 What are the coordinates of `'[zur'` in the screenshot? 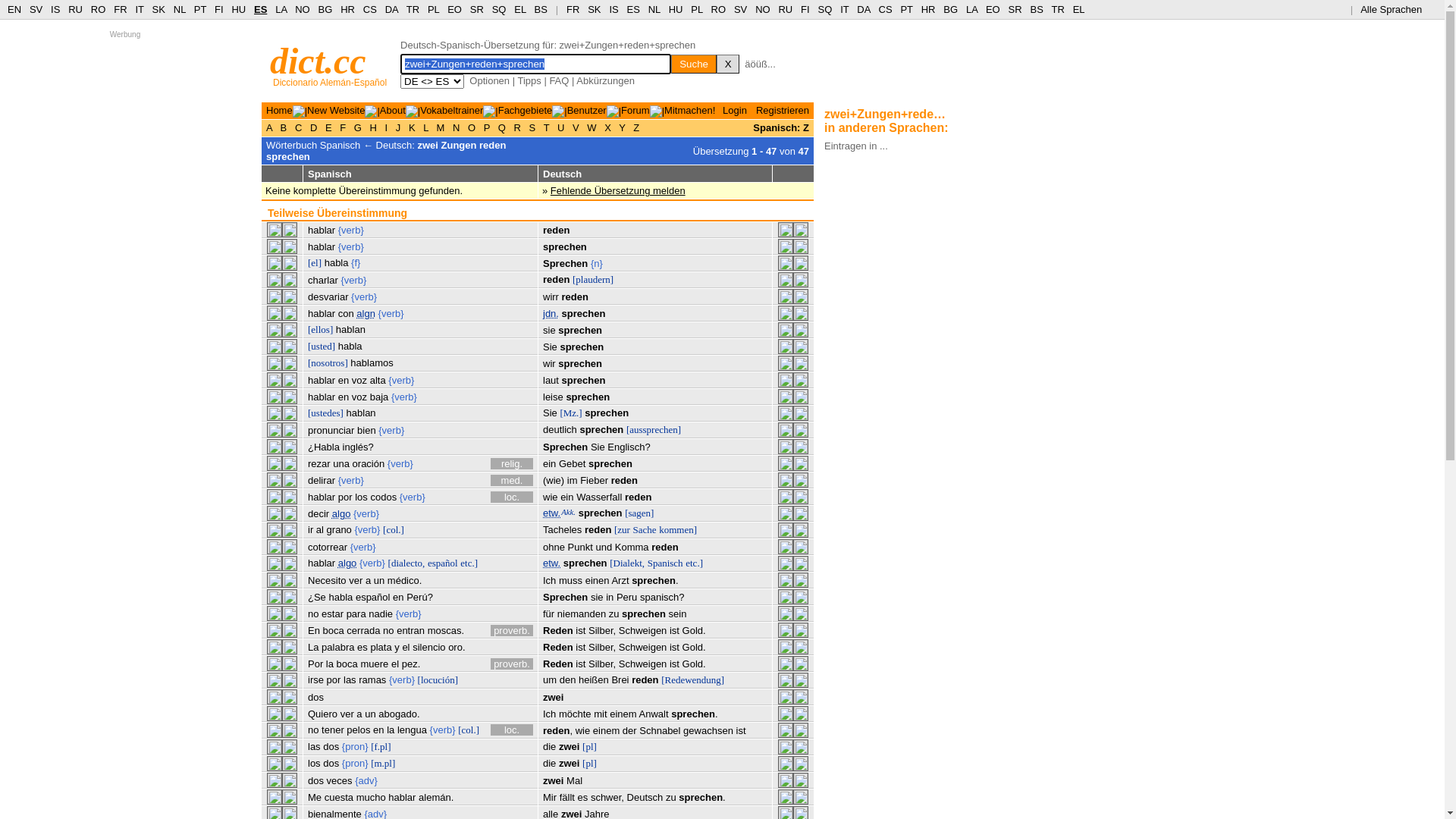 It's located at (614, 529).